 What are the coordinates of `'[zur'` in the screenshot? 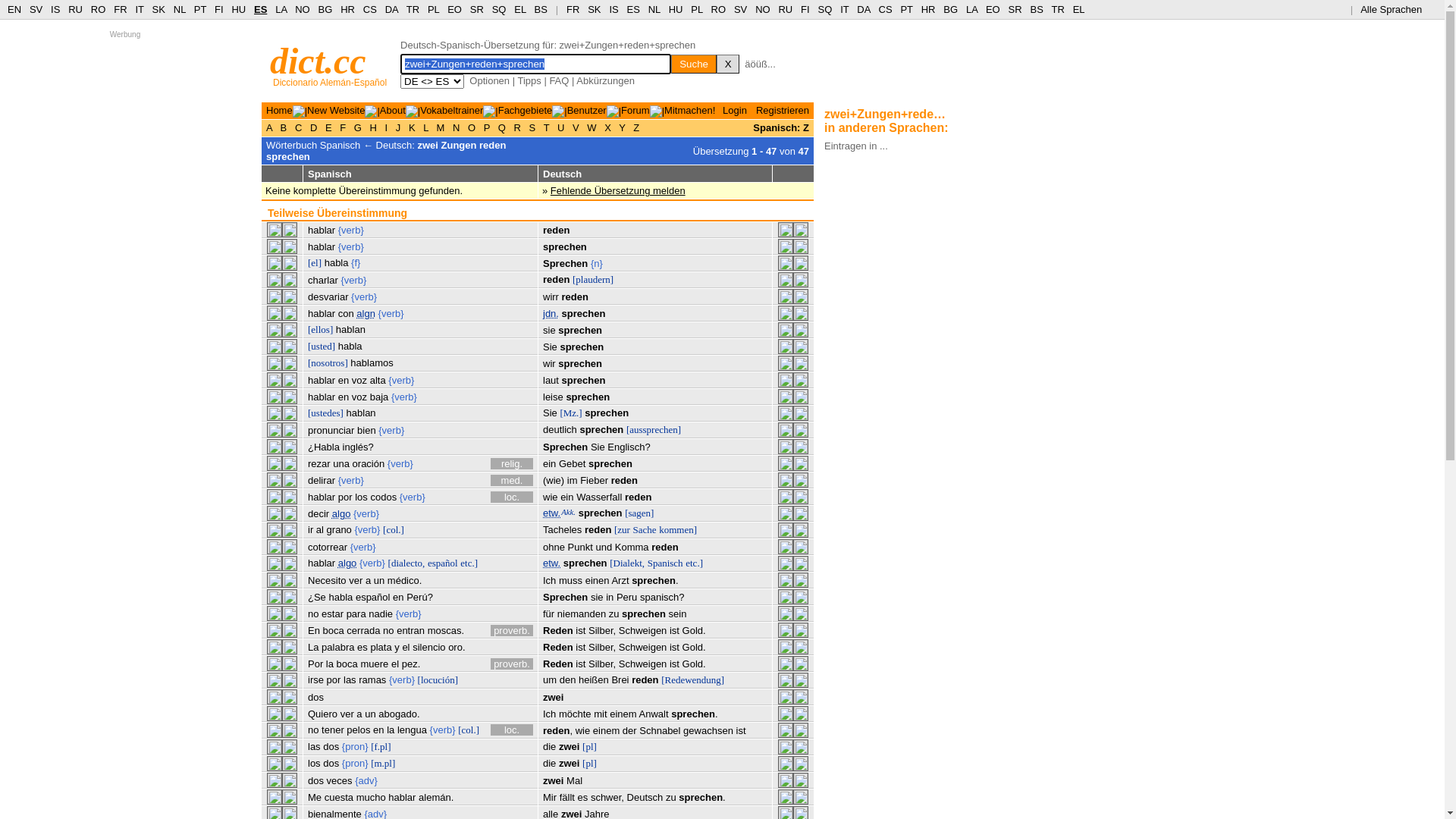 It's located at (614, 529).